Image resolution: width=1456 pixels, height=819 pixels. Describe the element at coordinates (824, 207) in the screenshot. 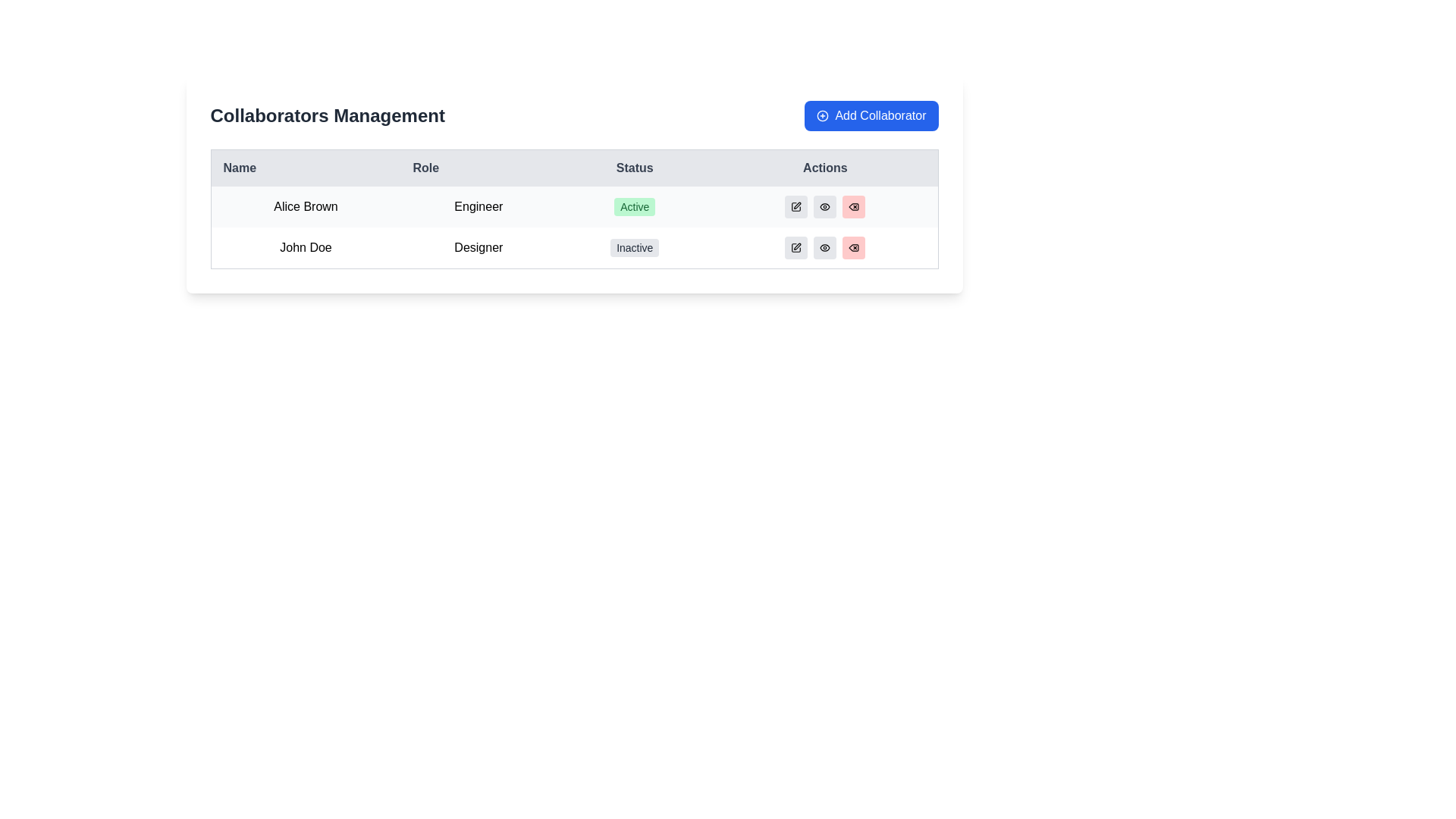

I see `the group of interactive buttons in the 'Actions' column of the user record` at that location.